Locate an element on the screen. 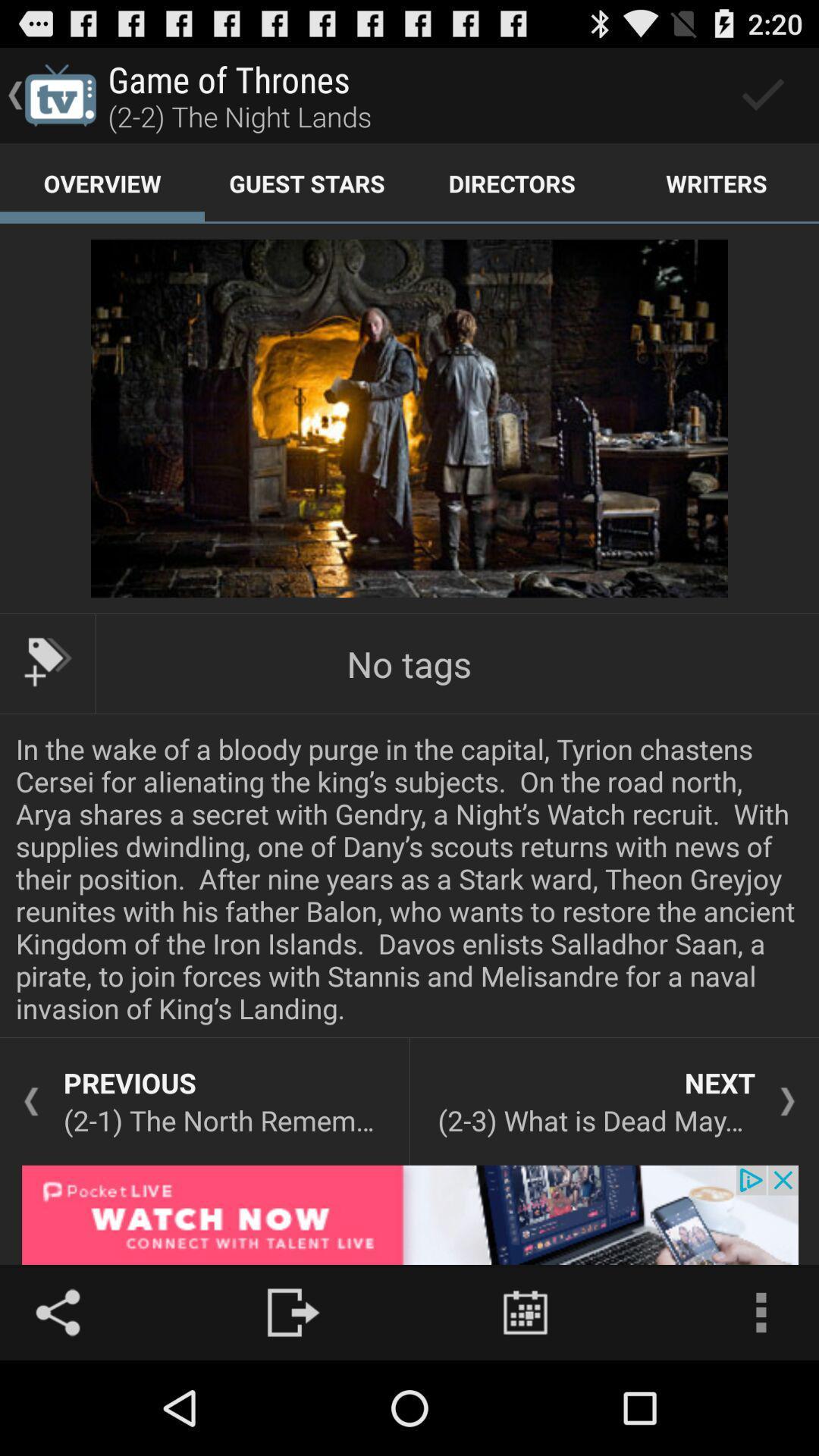 The width and height of the screenshot is (819, 1456). option is located at coordinates (763, 94).